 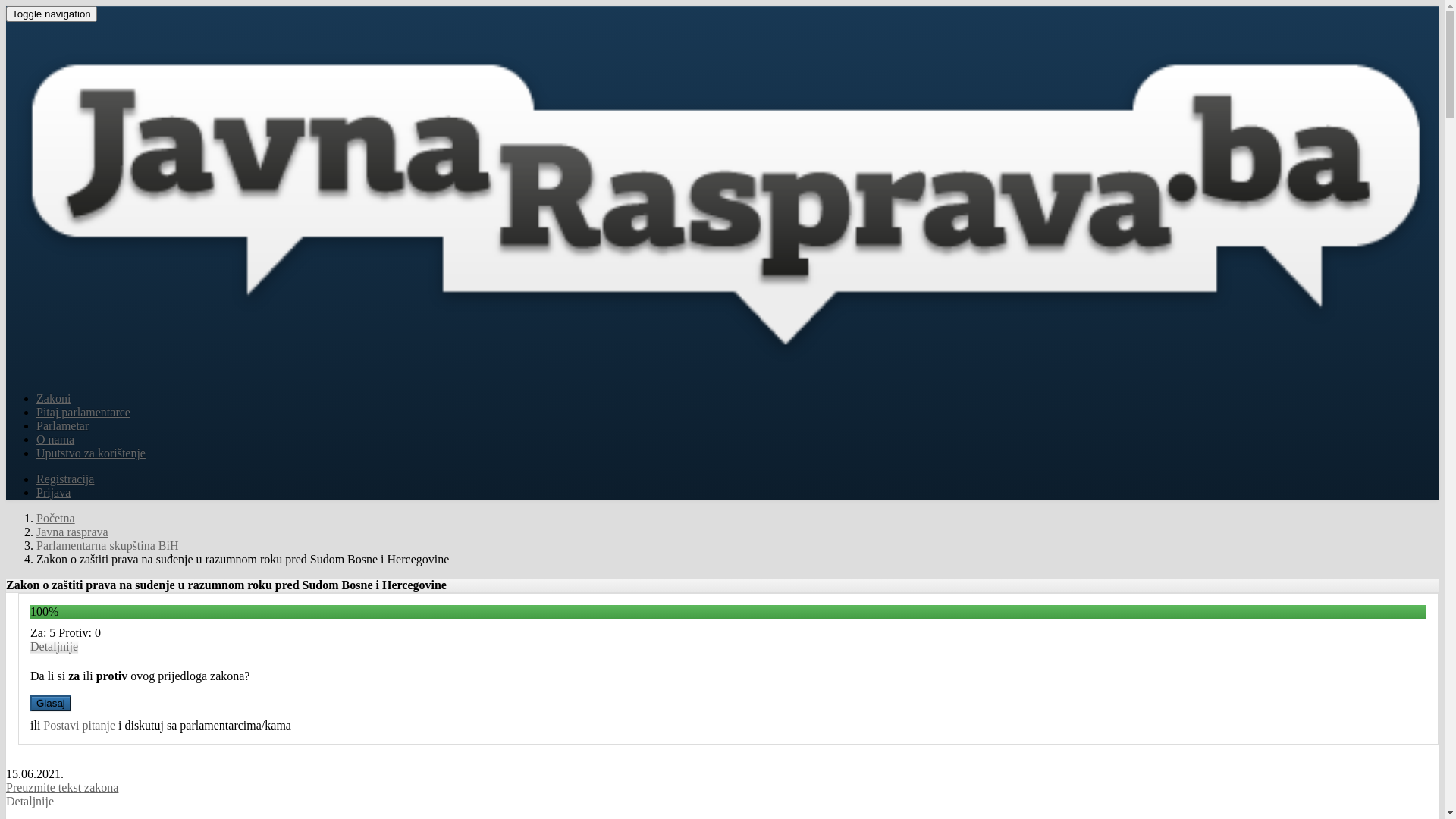 I want to click on 'Detaljnije', so click(x=30, y=646).